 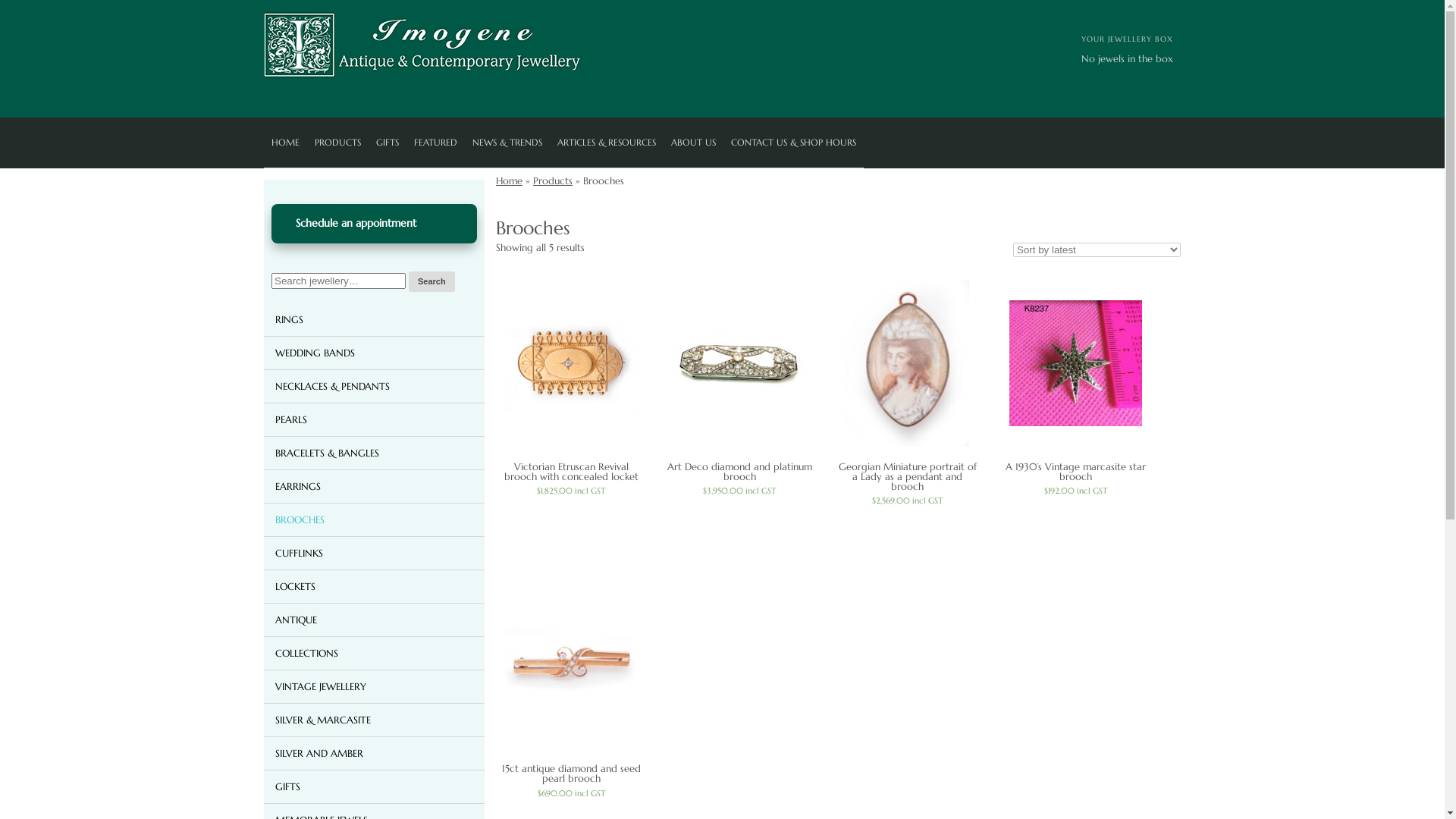 What do you see at coordinates (408, 281) in the screenshot?
I see `'Search'` at bounding box center [408, 281].